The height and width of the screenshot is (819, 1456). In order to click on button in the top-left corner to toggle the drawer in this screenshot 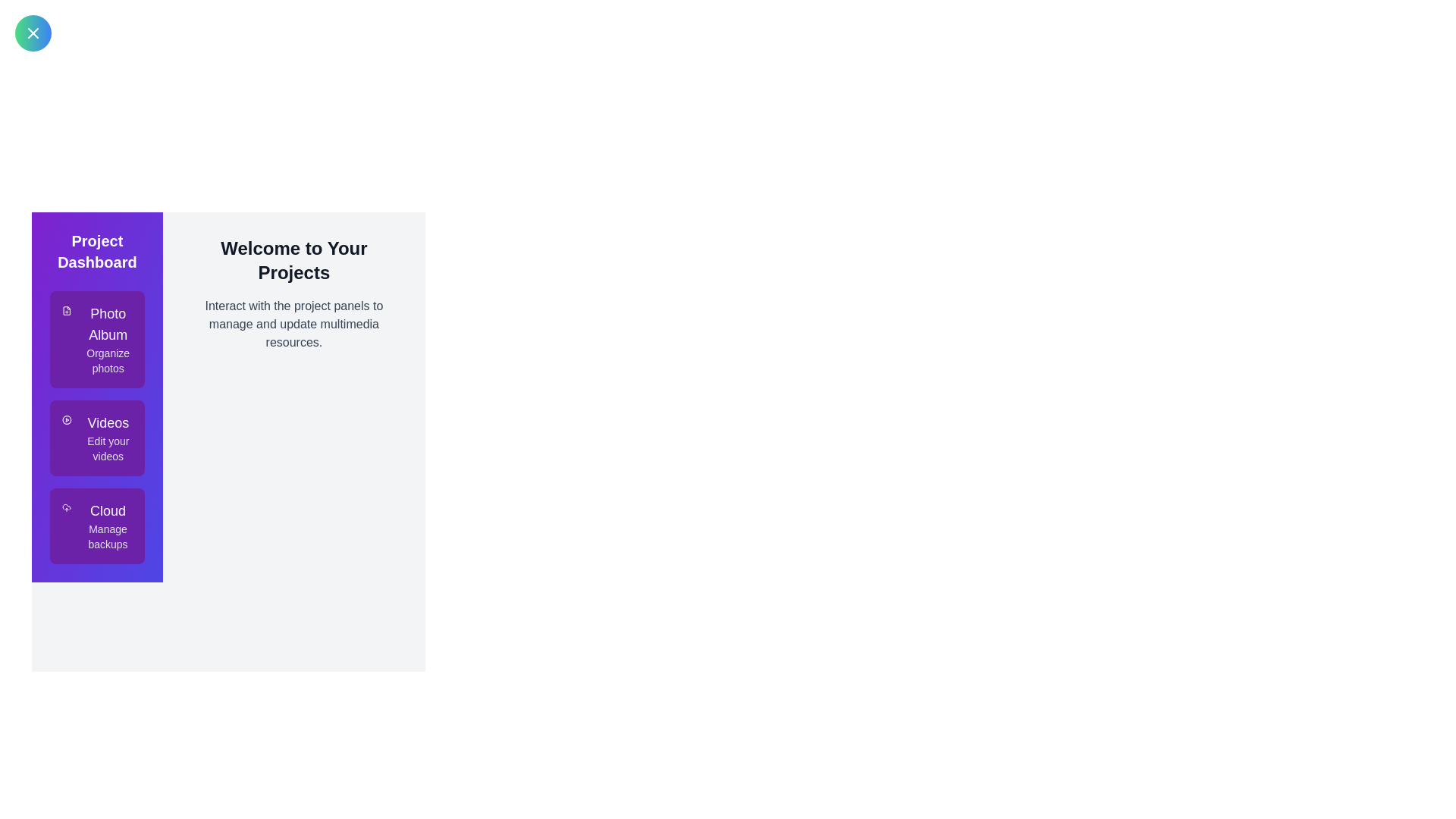, I will do `click(33, 33)`.